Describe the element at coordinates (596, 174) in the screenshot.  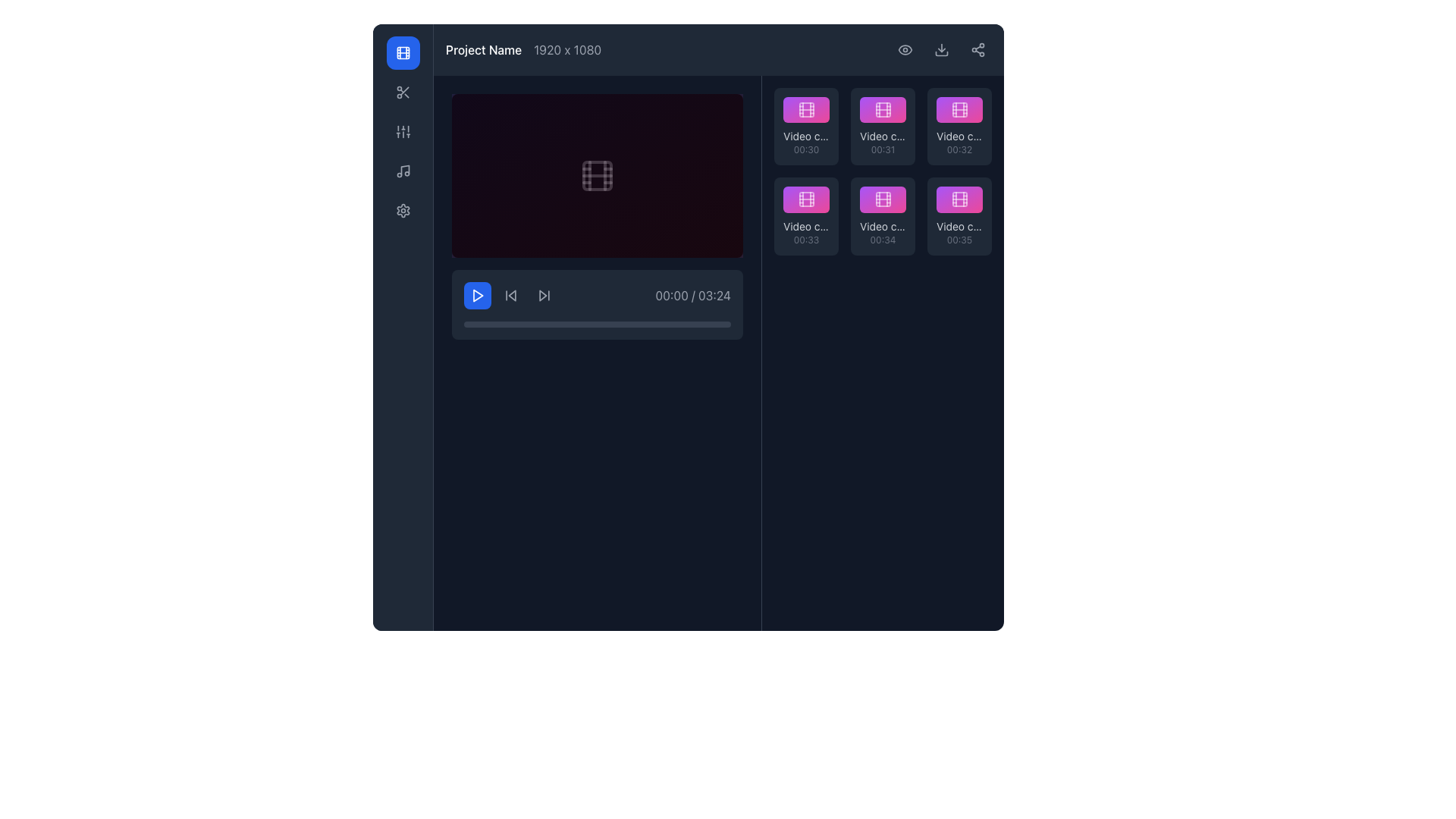
I see `the decorative component inside the SVG graphic that resembles a filmstrip, located in the upper left section of the interface` at that location.